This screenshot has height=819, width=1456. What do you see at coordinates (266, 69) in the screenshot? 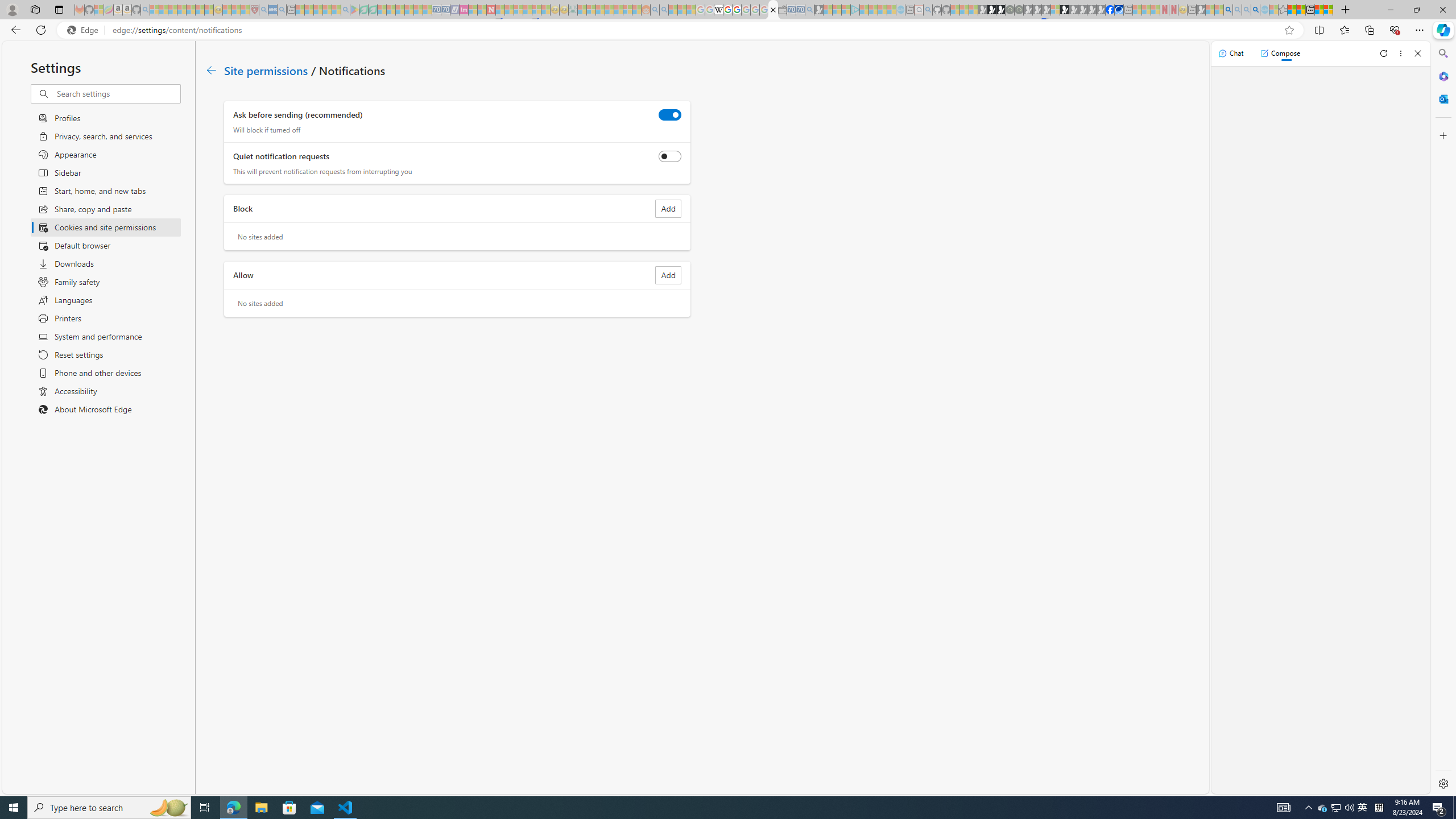
I see `'Site permissions'` at bounding box center [266, 69].